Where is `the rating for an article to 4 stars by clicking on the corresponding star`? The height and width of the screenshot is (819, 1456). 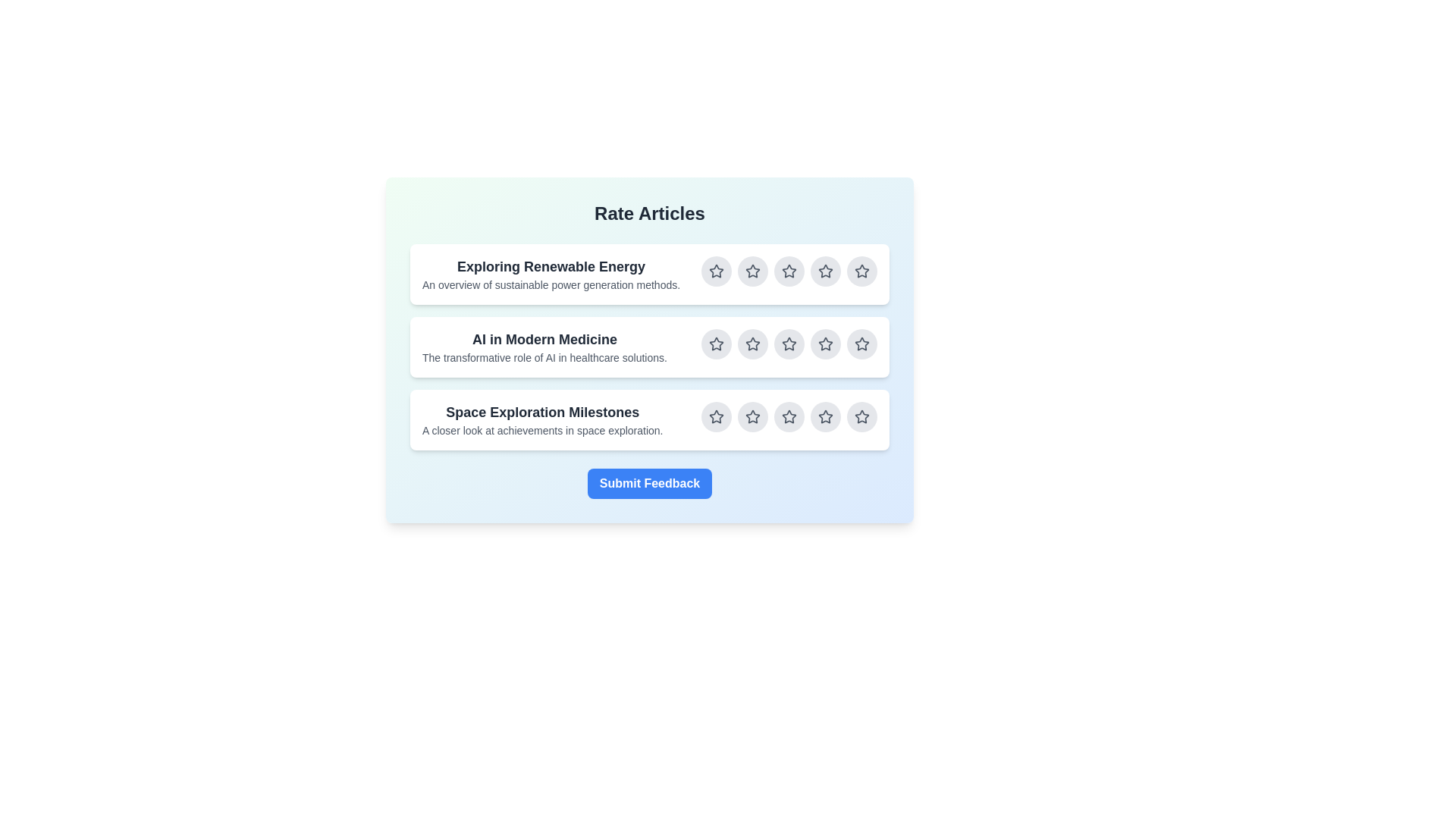
the rating for an article to 4 stars by clicking on the corresponding star is located at coordinates (825, 271).